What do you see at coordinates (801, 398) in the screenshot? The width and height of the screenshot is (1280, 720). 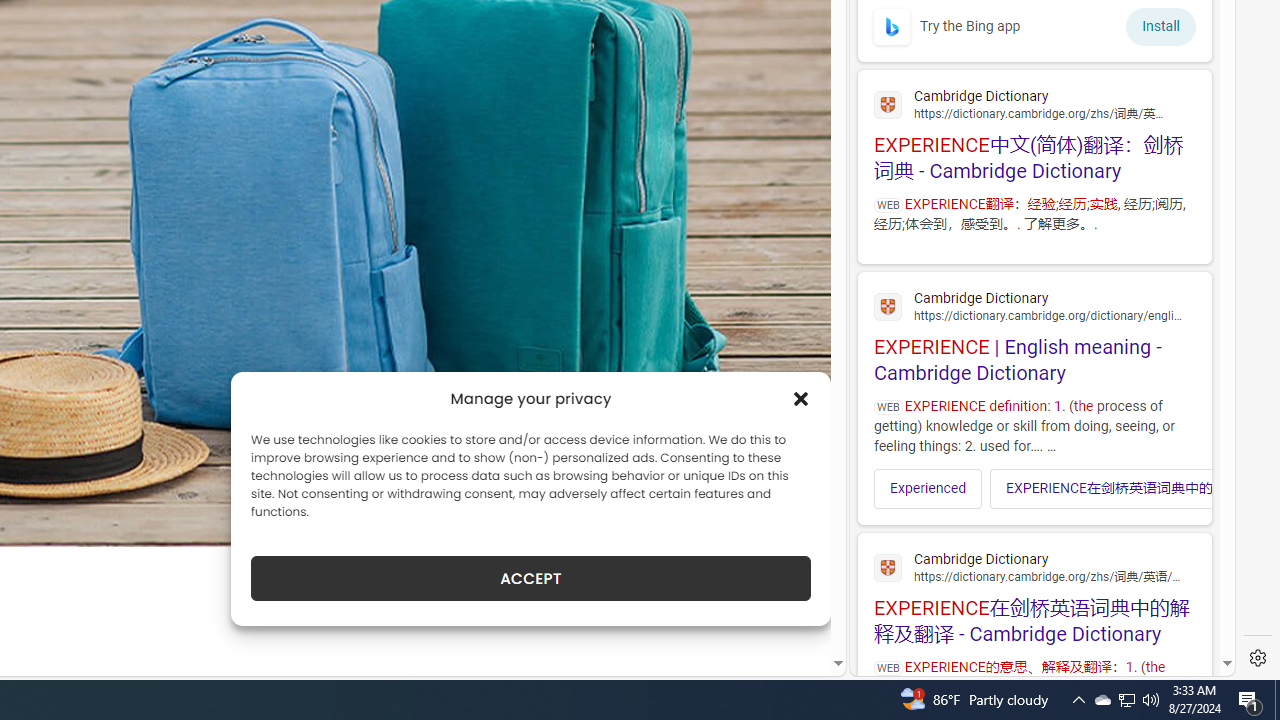 I see `'Class: cmplz-close'` at bounding box center [801, 398].